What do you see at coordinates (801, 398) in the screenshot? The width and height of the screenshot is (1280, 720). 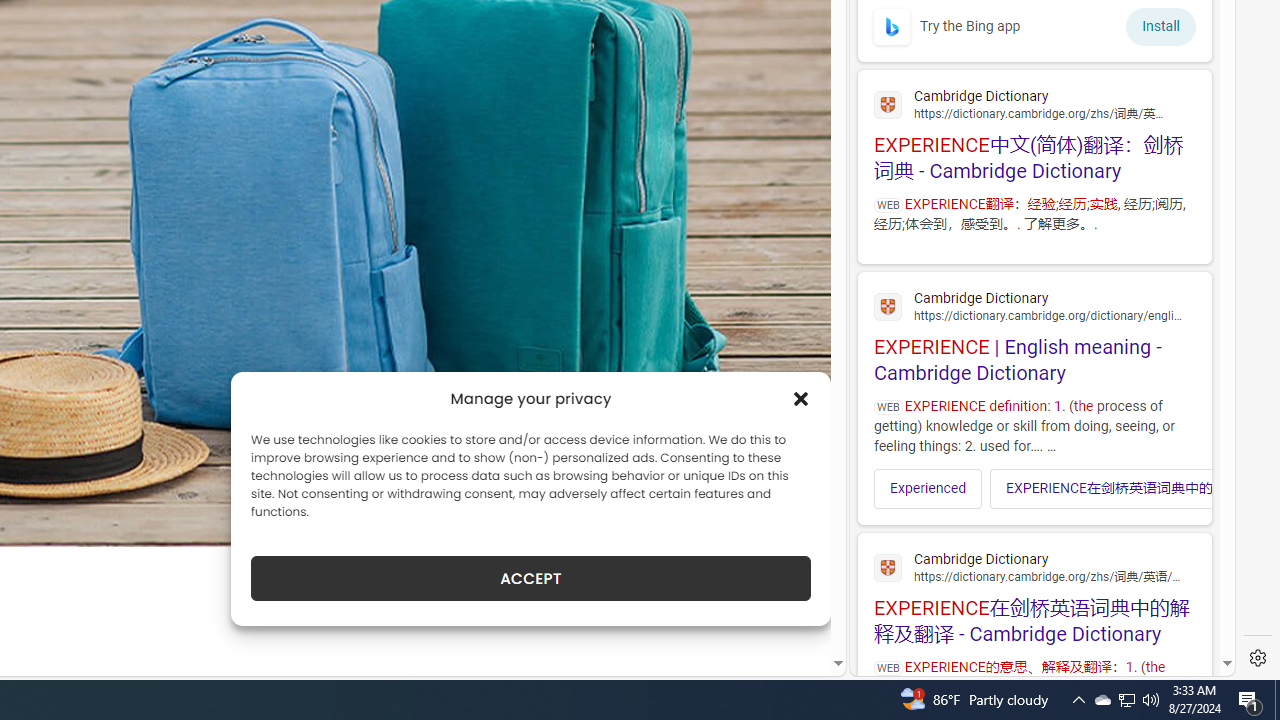 I see `'Class: cmplz-close'` at bounding box center [801, 398].